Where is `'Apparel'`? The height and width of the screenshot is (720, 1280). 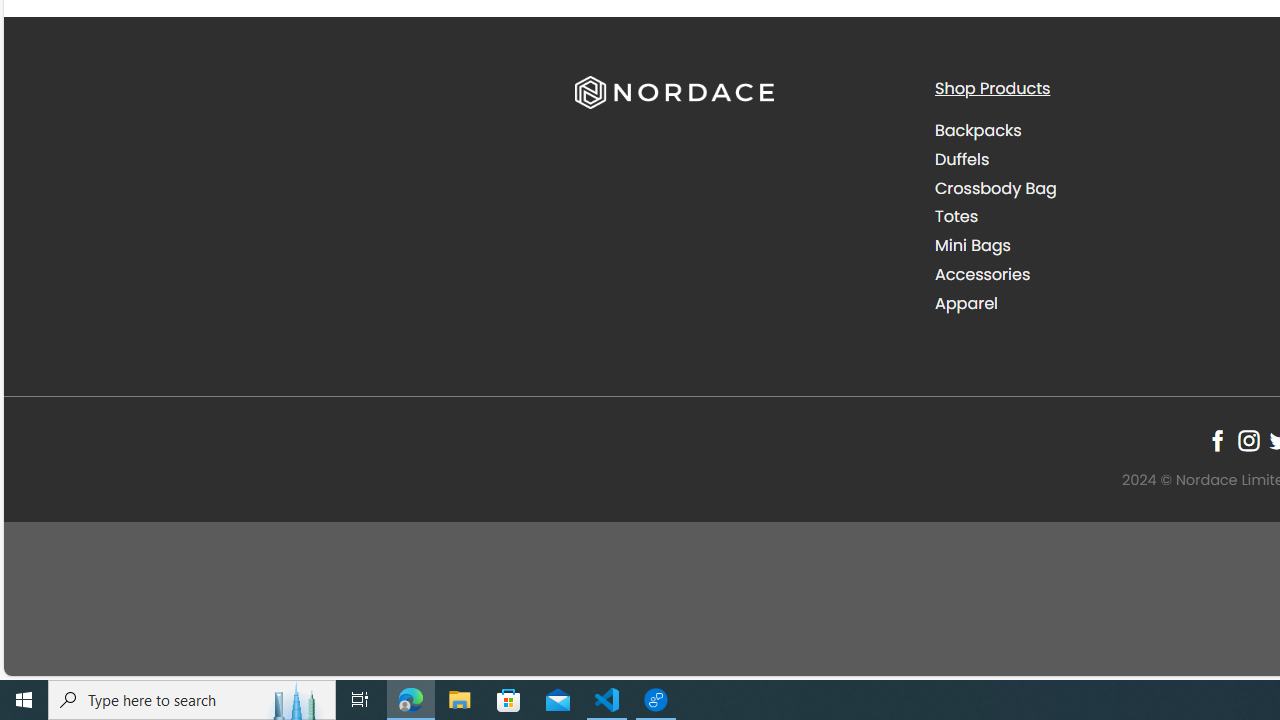
'Apparel' is located at coordinates (1098, 303).